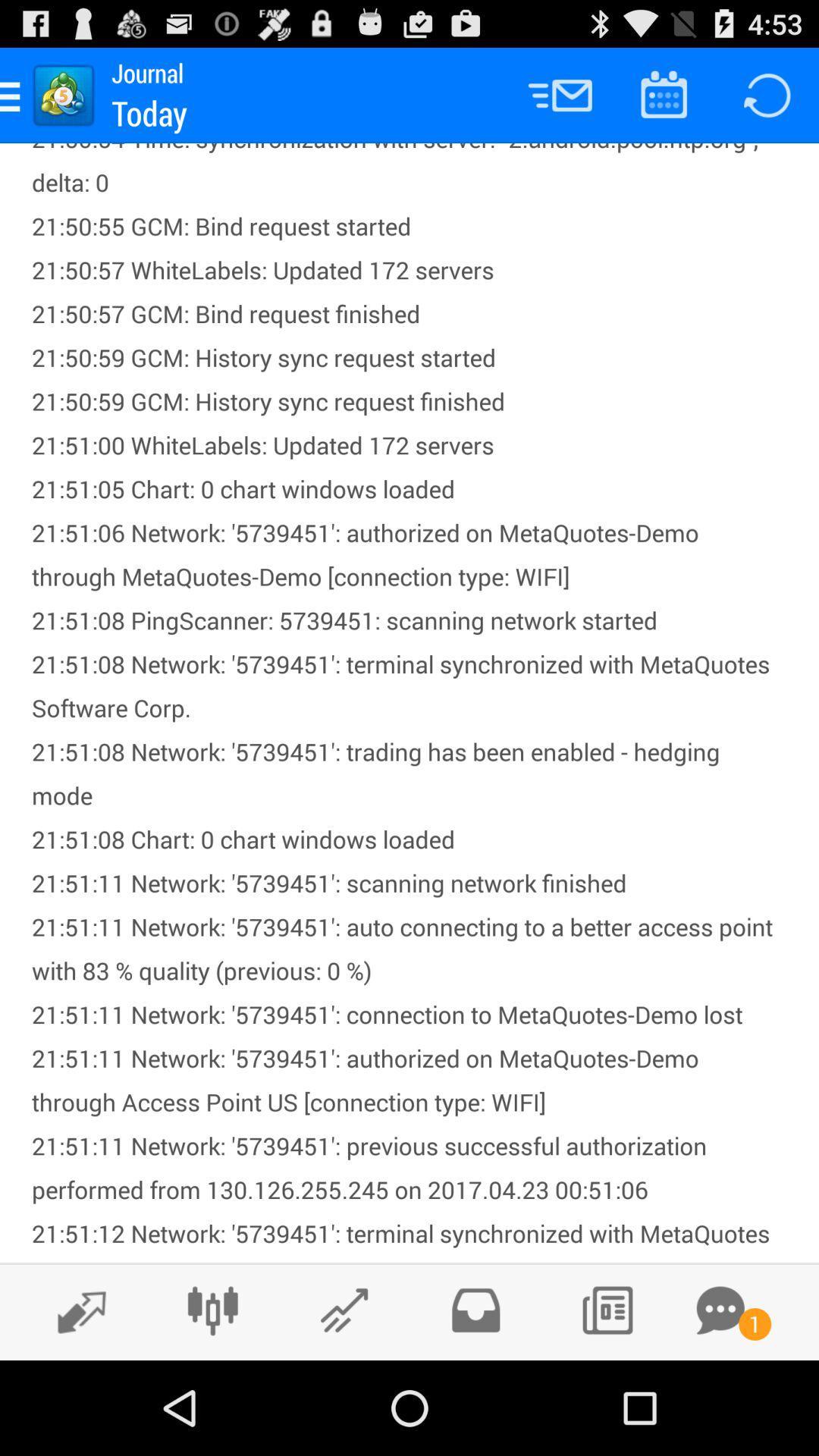  I want to click on open inbox, so click(475, 1310).